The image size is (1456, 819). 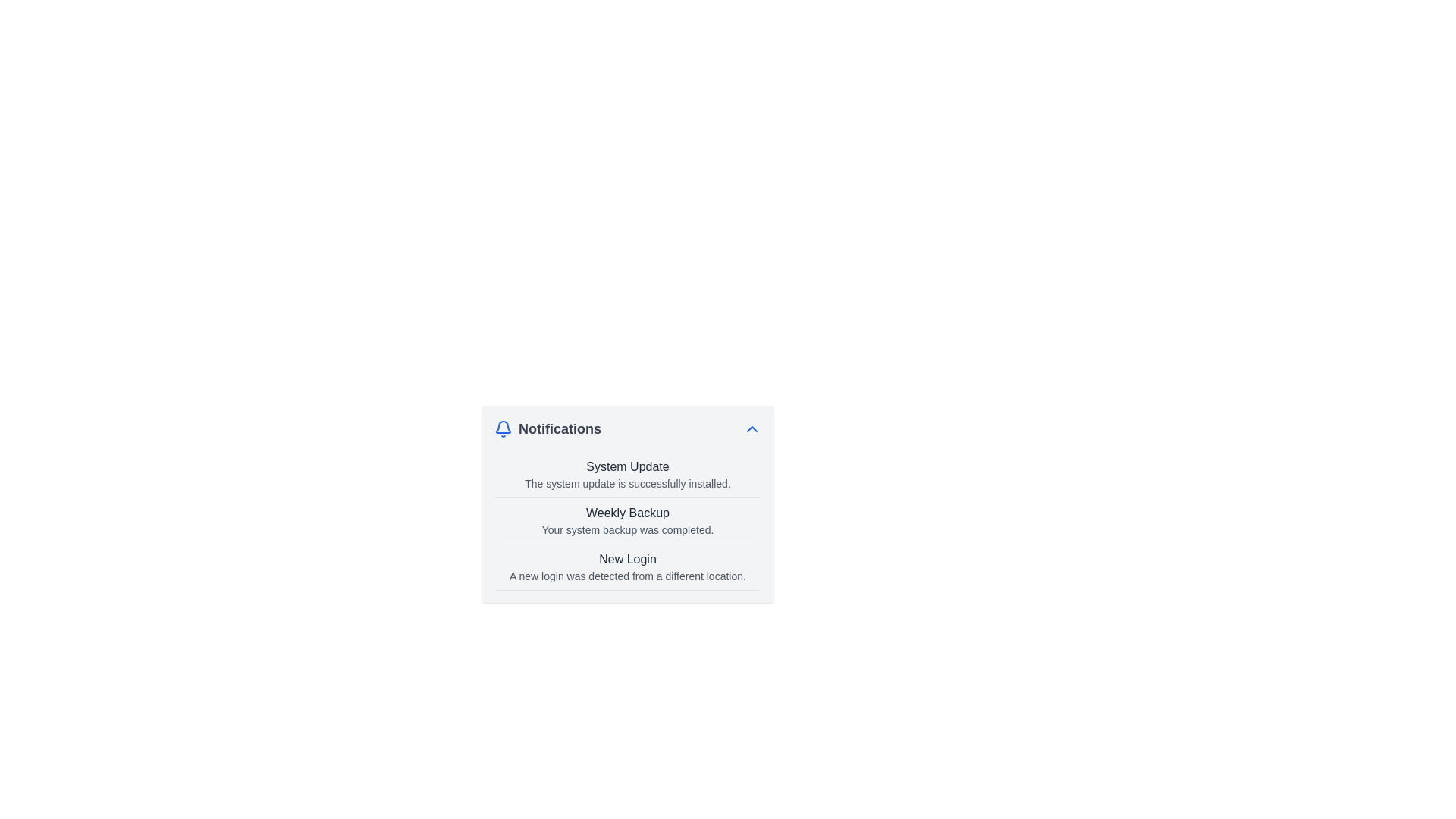 I want to click on the chevron icon button located in the header of the notifications section, so click(x=752, y=429).